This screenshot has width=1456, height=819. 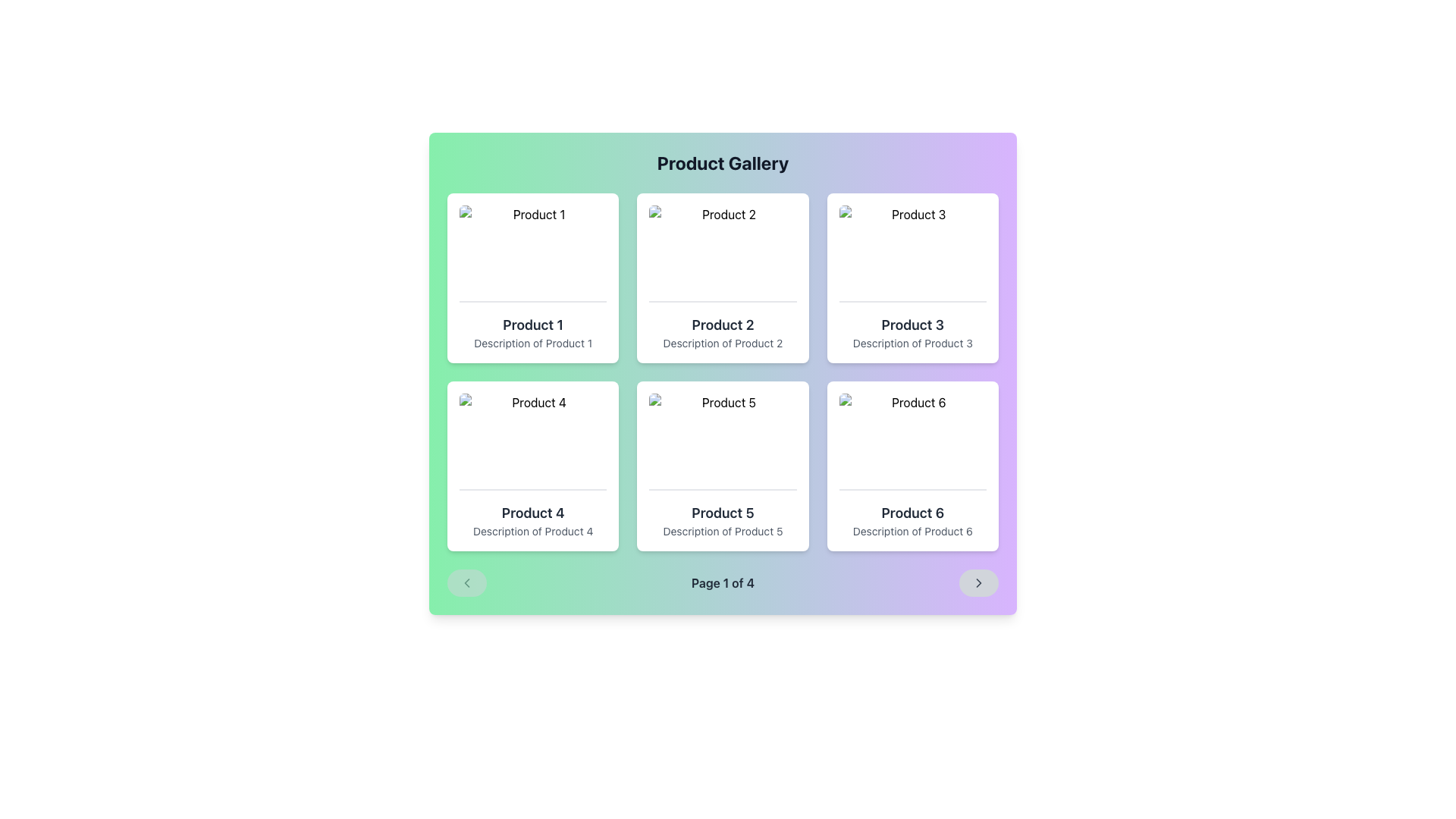 What do you see at coordinates (533, 253) in the screenshot?
I see `the image thumbnail representing 'Product 1' to zoom in` at bounding box center [533, 253].